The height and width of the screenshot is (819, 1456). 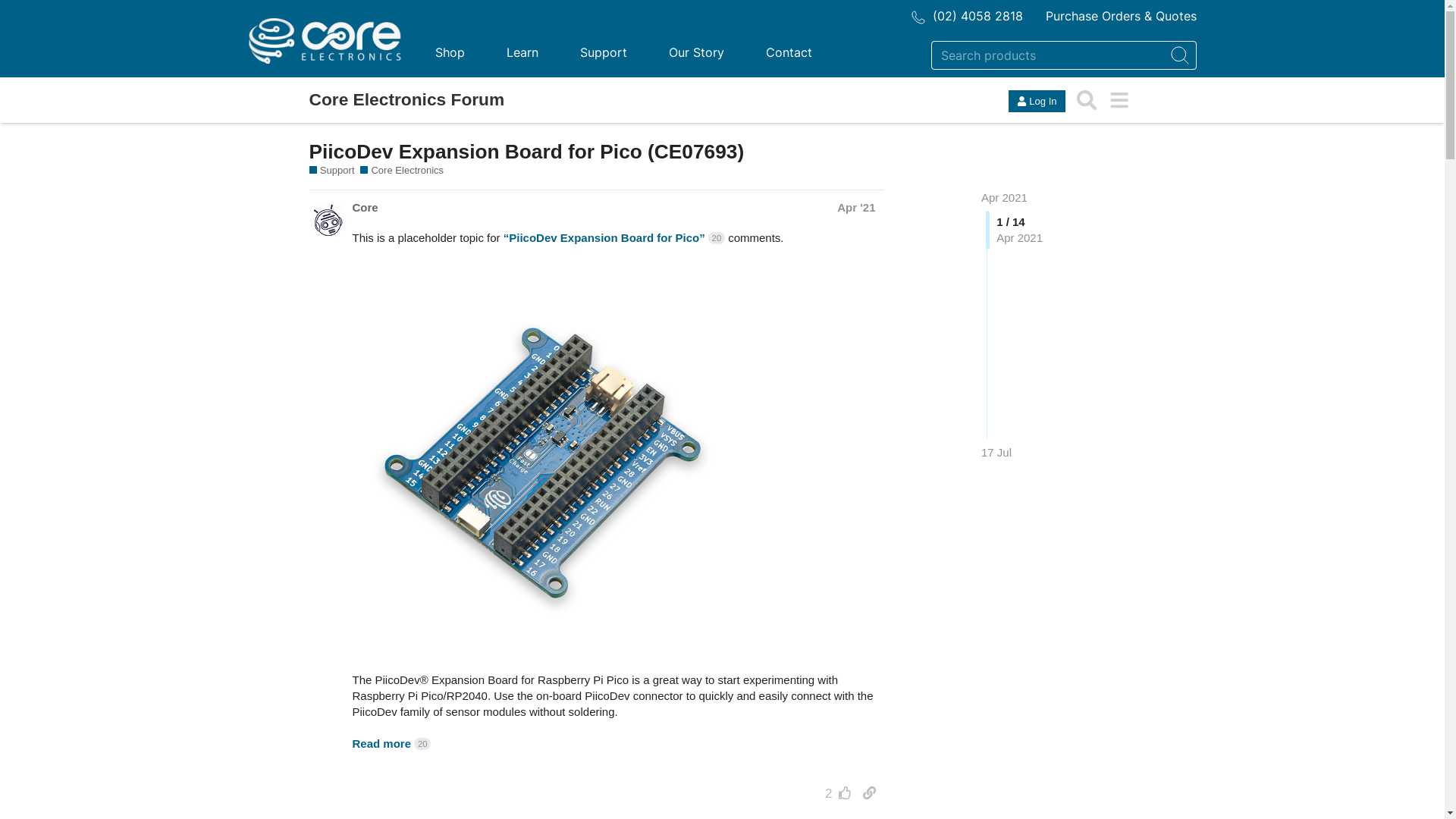 I want to click on 'Purchase Orders & Quotes', so click(x=1120, y=15).